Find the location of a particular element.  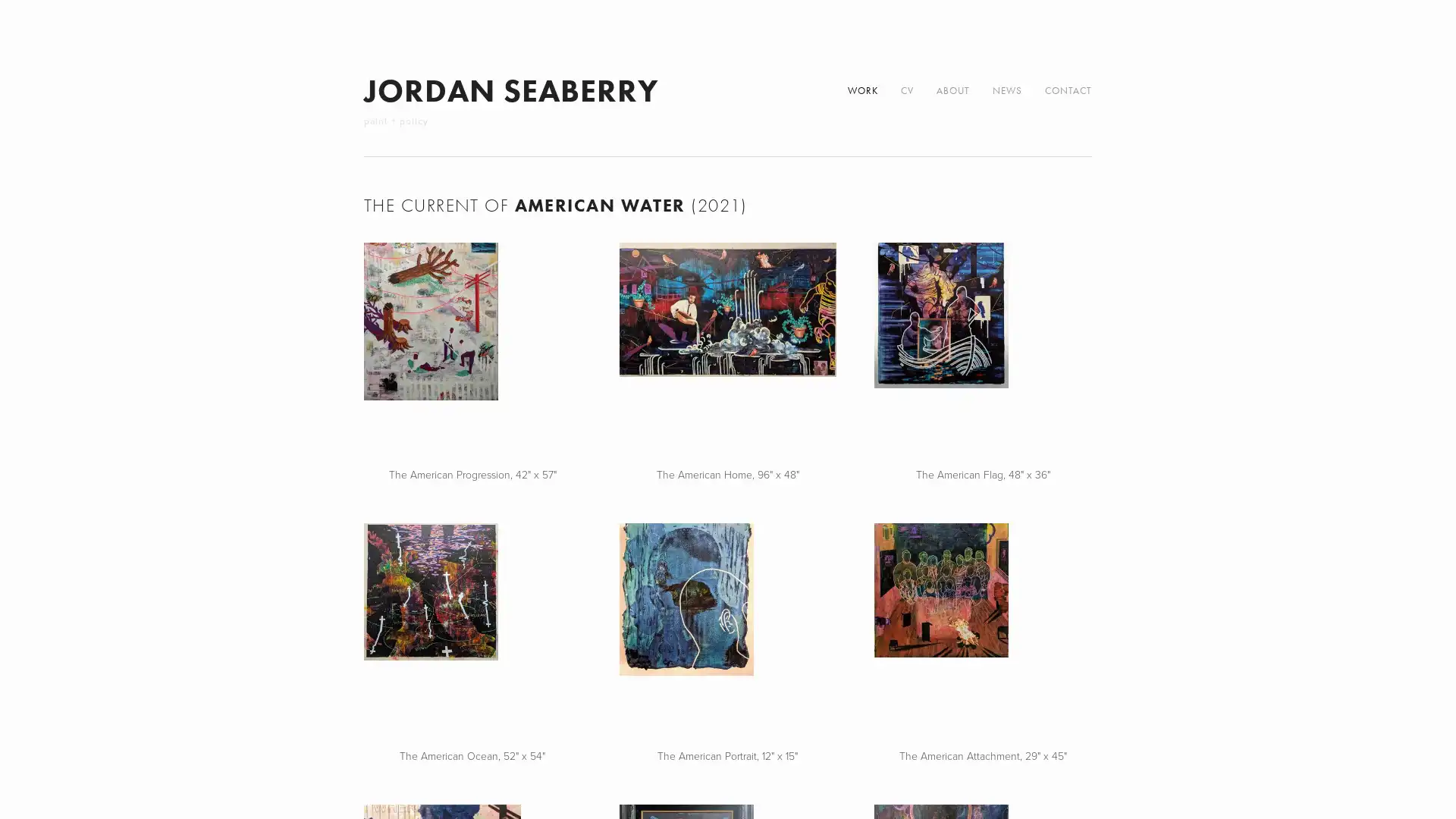

View fullsize The American Portrait, 12" x 15" is located at coordinates (726, 632).